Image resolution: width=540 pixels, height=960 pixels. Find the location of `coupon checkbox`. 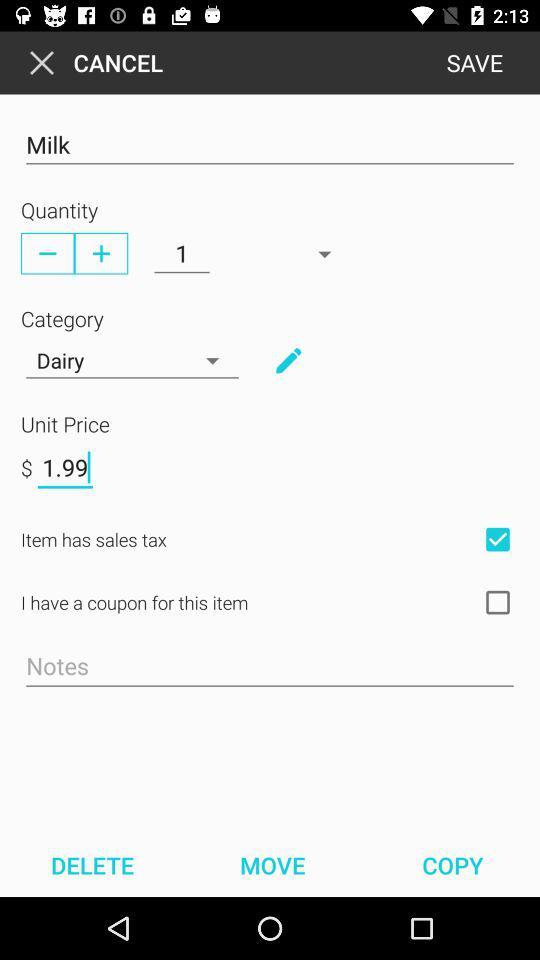

coupon checkbox is located at coordinates (496, 601).